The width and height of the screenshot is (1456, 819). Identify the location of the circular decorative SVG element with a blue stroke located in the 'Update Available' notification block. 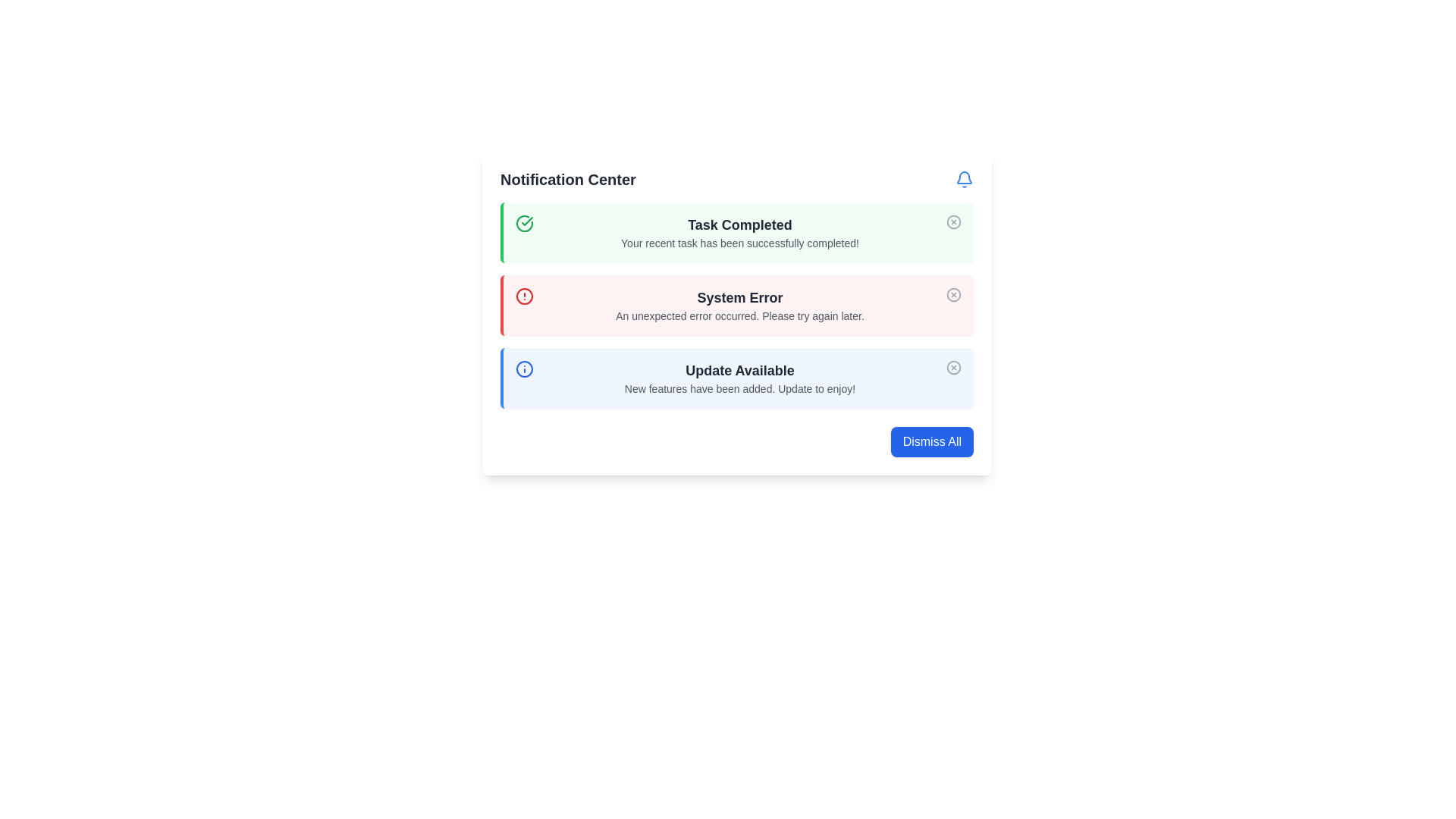
(524, 369).